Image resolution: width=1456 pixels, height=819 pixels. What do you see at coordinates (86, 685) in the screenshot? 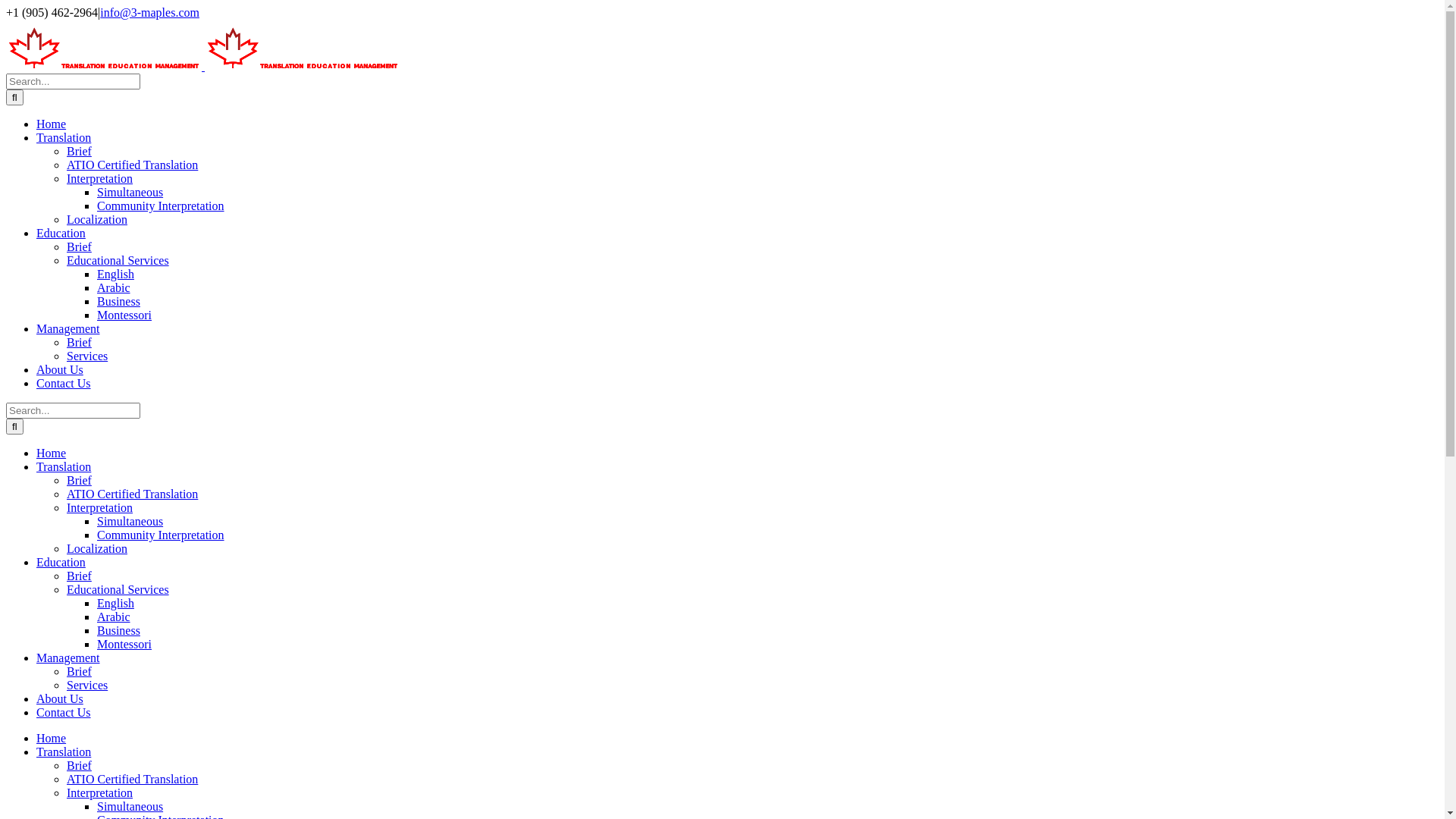
I see `'Services'` at bounding box center [86, 685].